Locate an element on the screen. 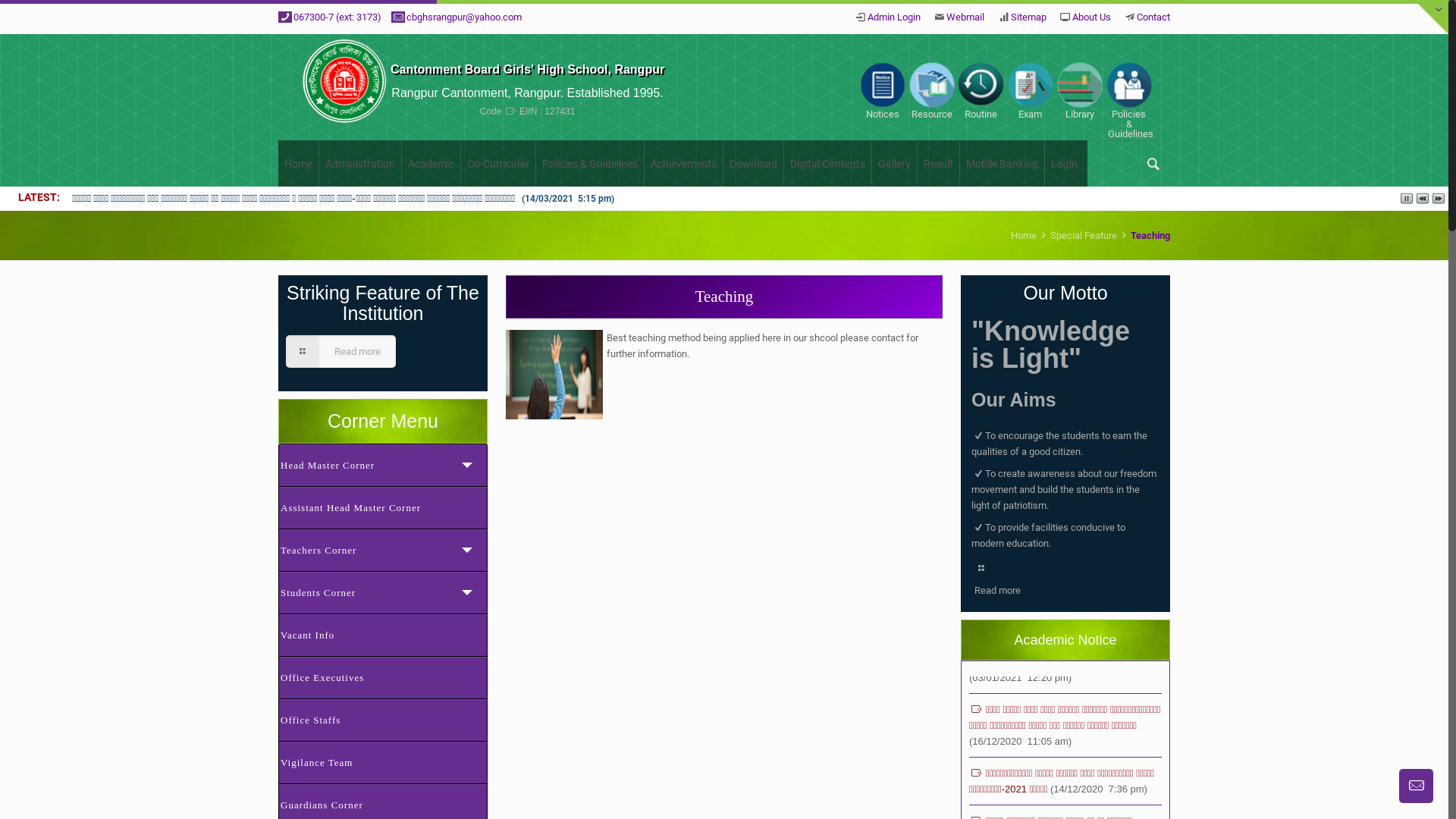 This screenshot has width=1456, height=819. 'Mobile Banking' is located at coordinates (959, 164).